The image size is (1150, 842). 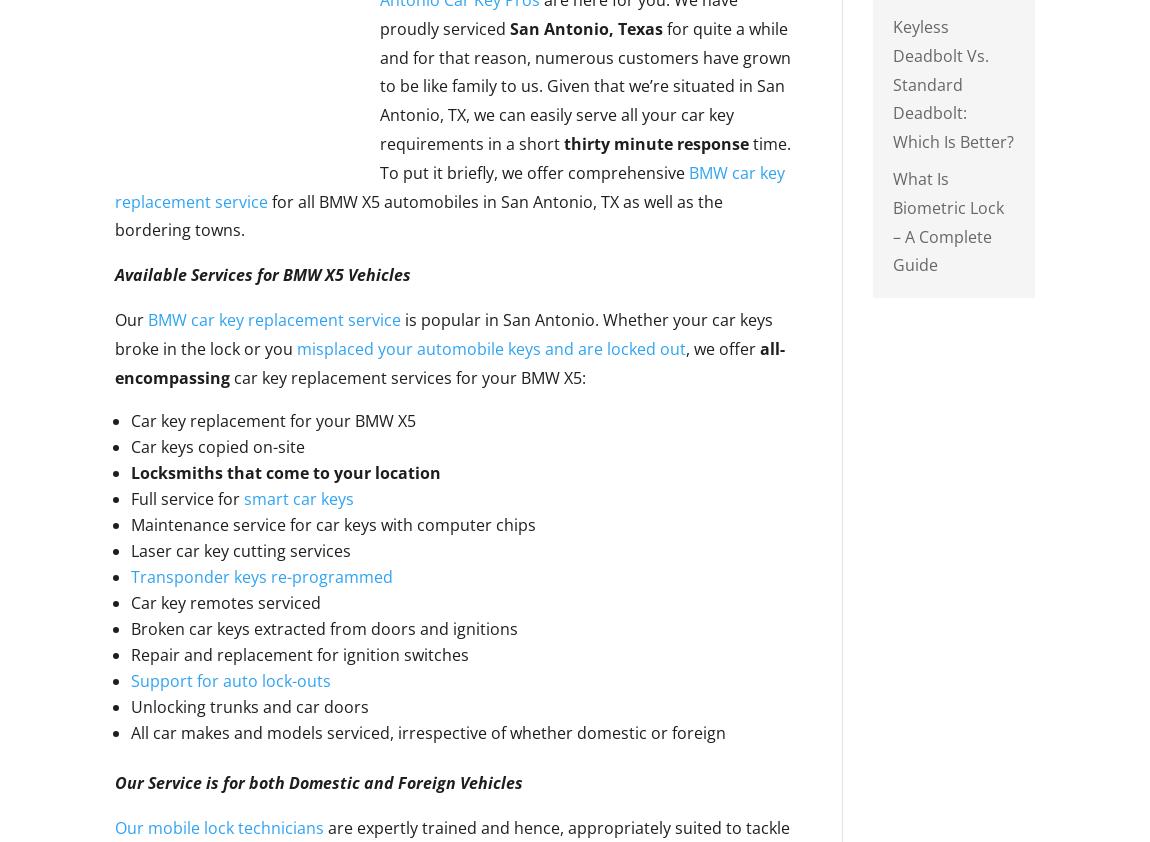 I want to click on 'thirty minute response', so click(x=563, y=141).